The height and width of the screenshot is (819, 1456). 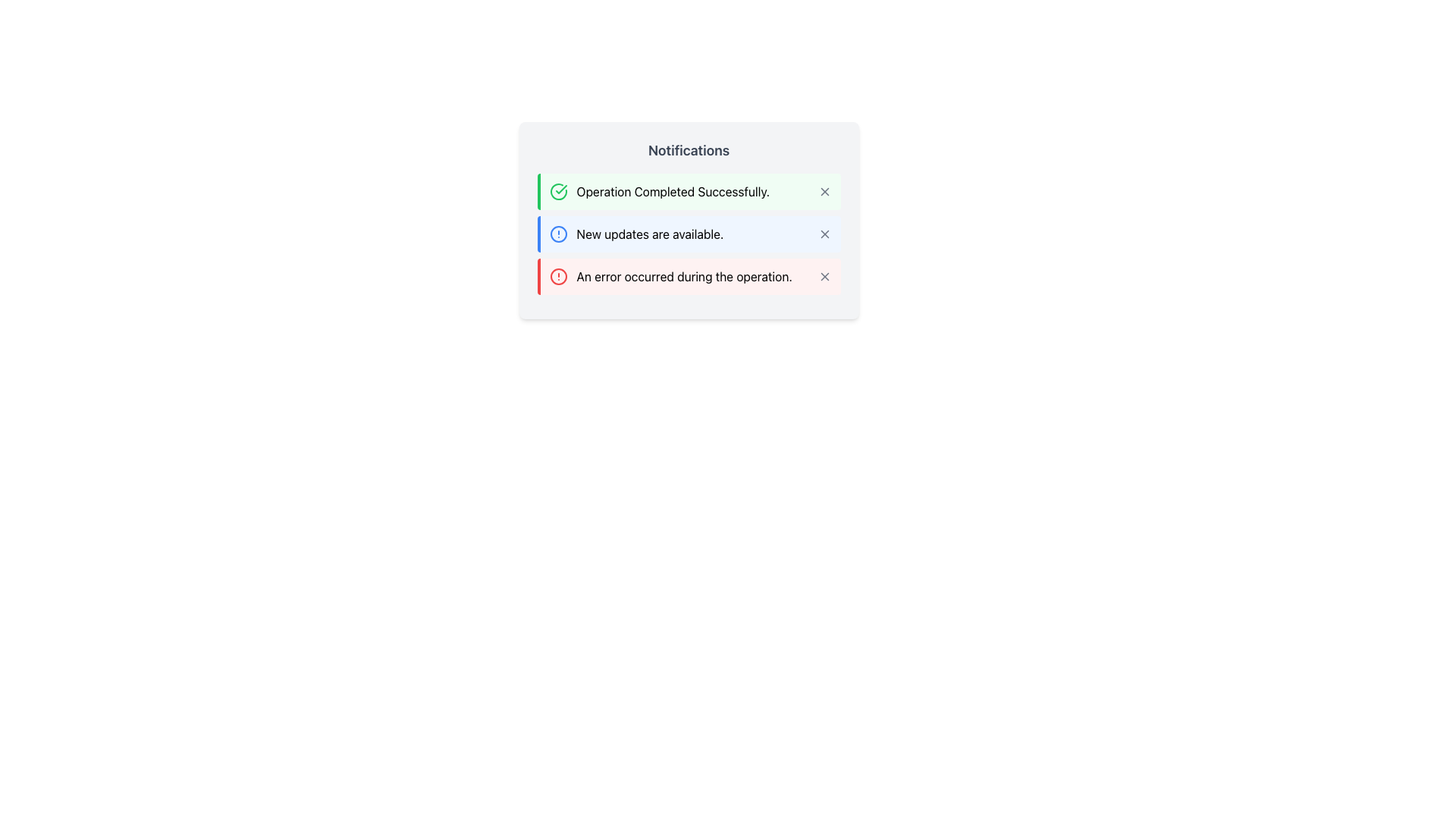 What do you see at coordinates (650, 234) in the screenshot?
I see `the Text Label displaying 'New updates are available.' which is styled with black text on a light blue background, located as the second notification in the notifications panel` at bounding box center [650, 234].